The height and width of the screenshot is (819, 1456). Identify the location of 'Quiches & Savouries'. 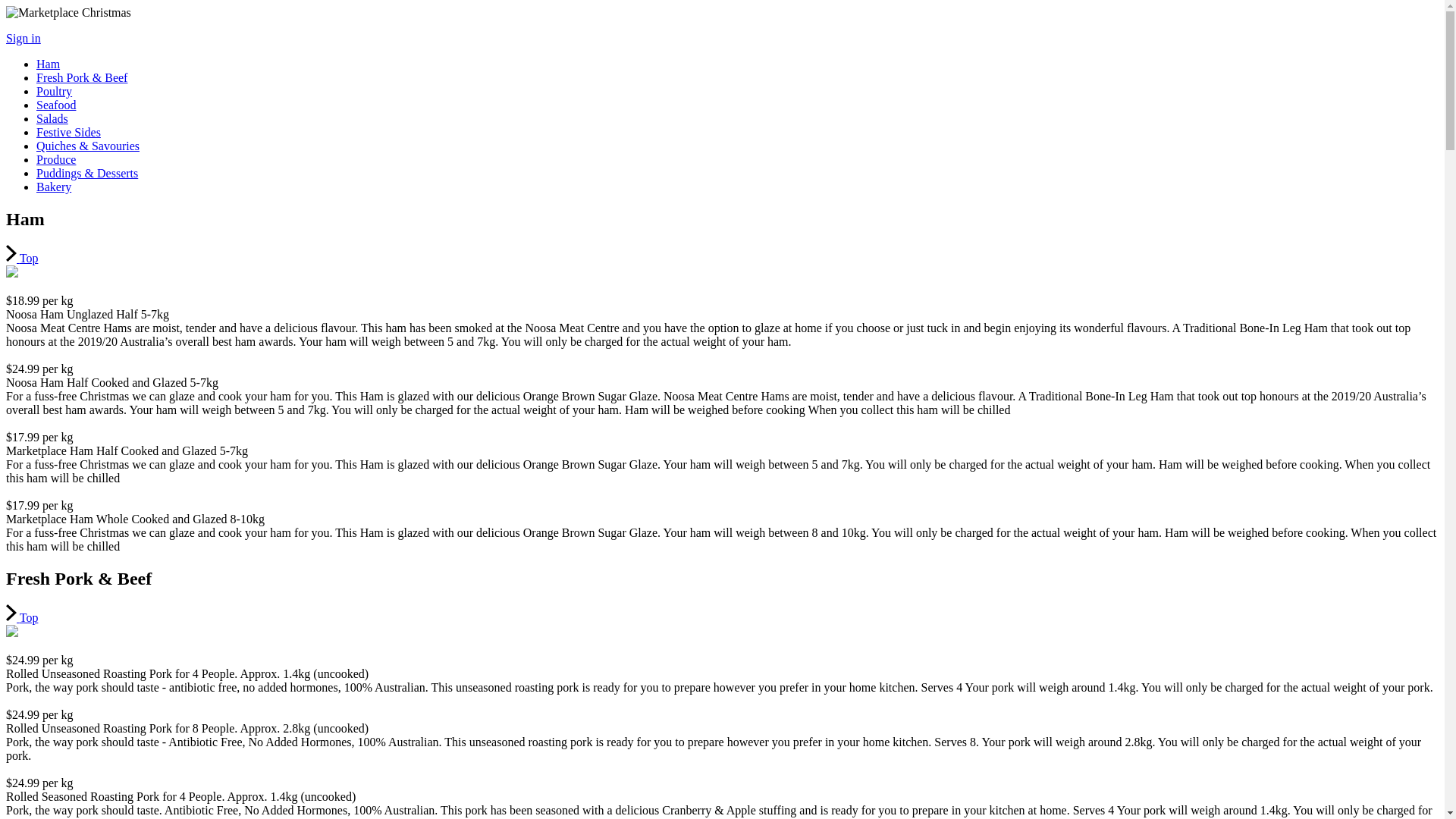
(36, 146).